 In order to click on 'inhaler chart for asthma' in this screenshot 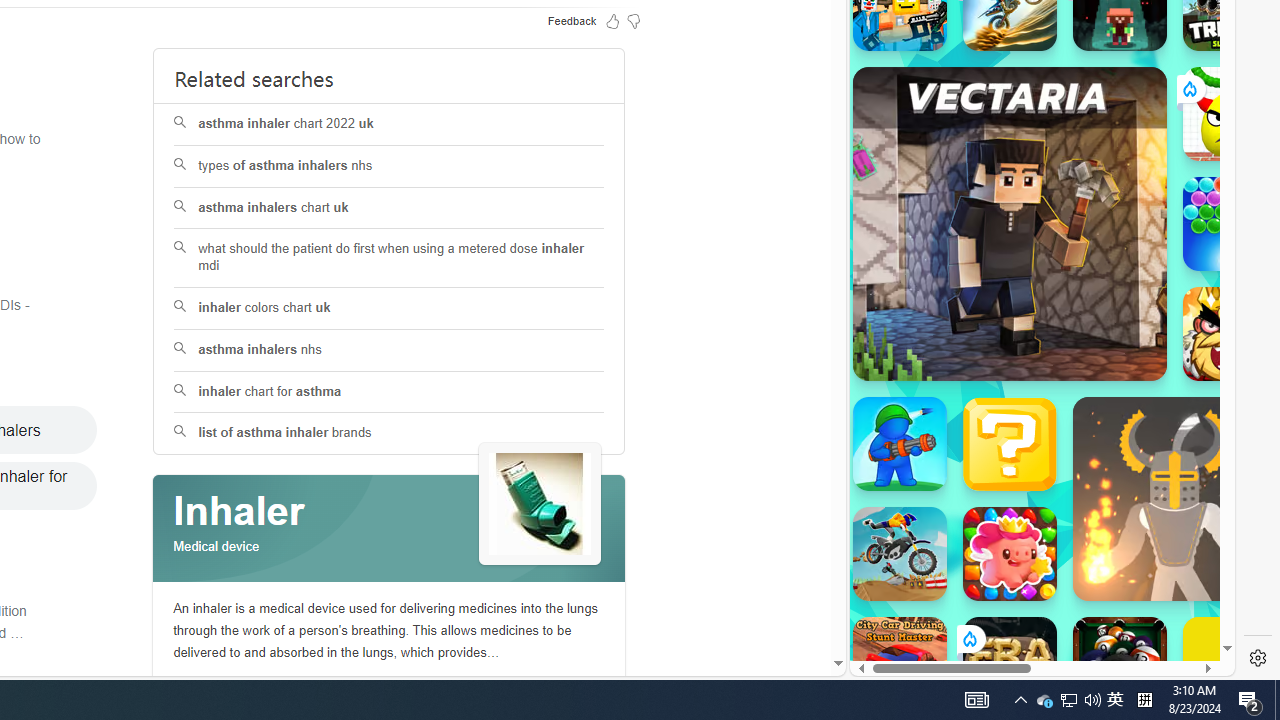, I will do `click(389, 392)`.